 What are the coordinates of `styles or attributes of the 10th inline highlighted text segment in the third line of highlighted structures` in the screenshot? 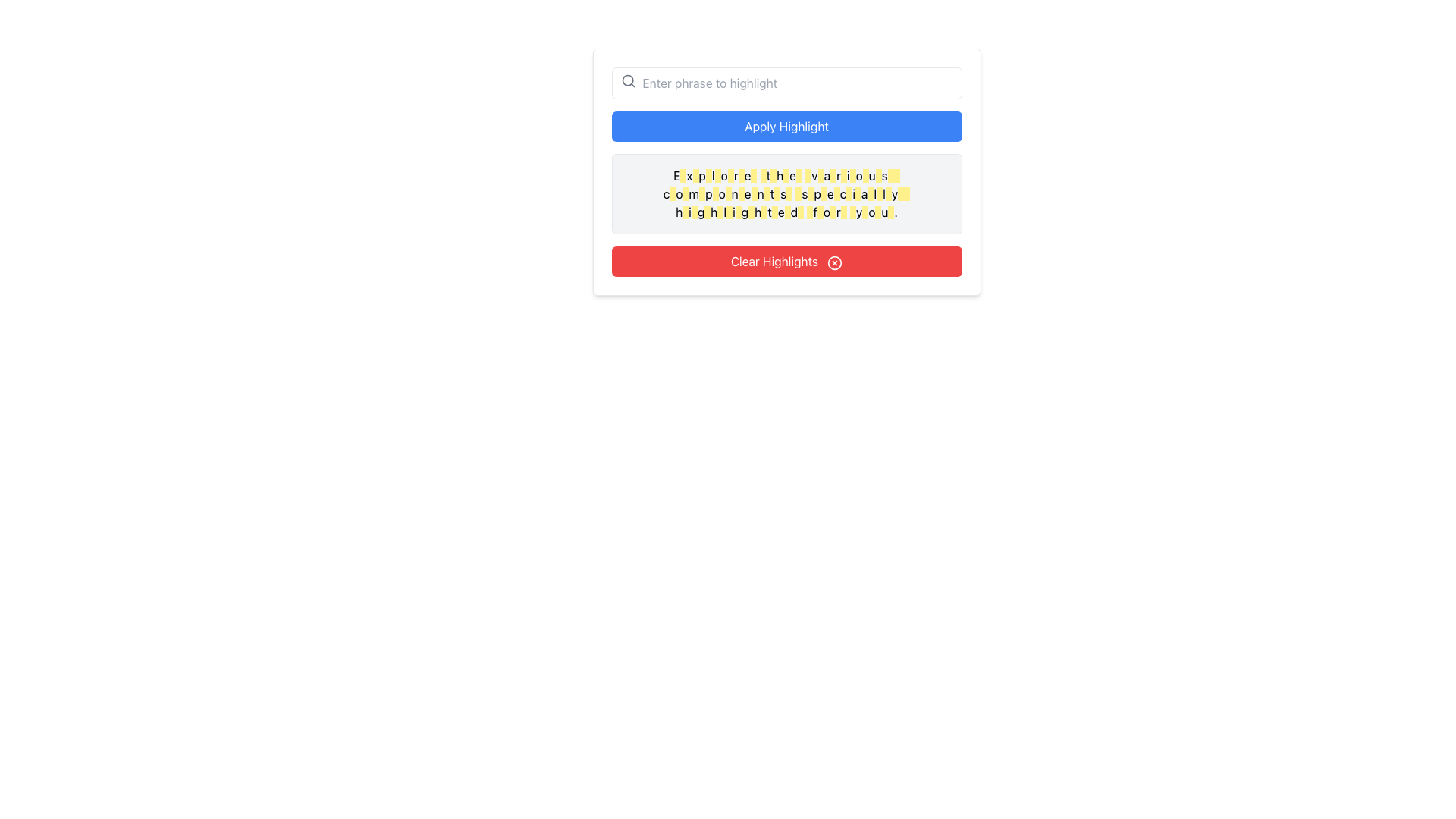 It's located at (787, 212).